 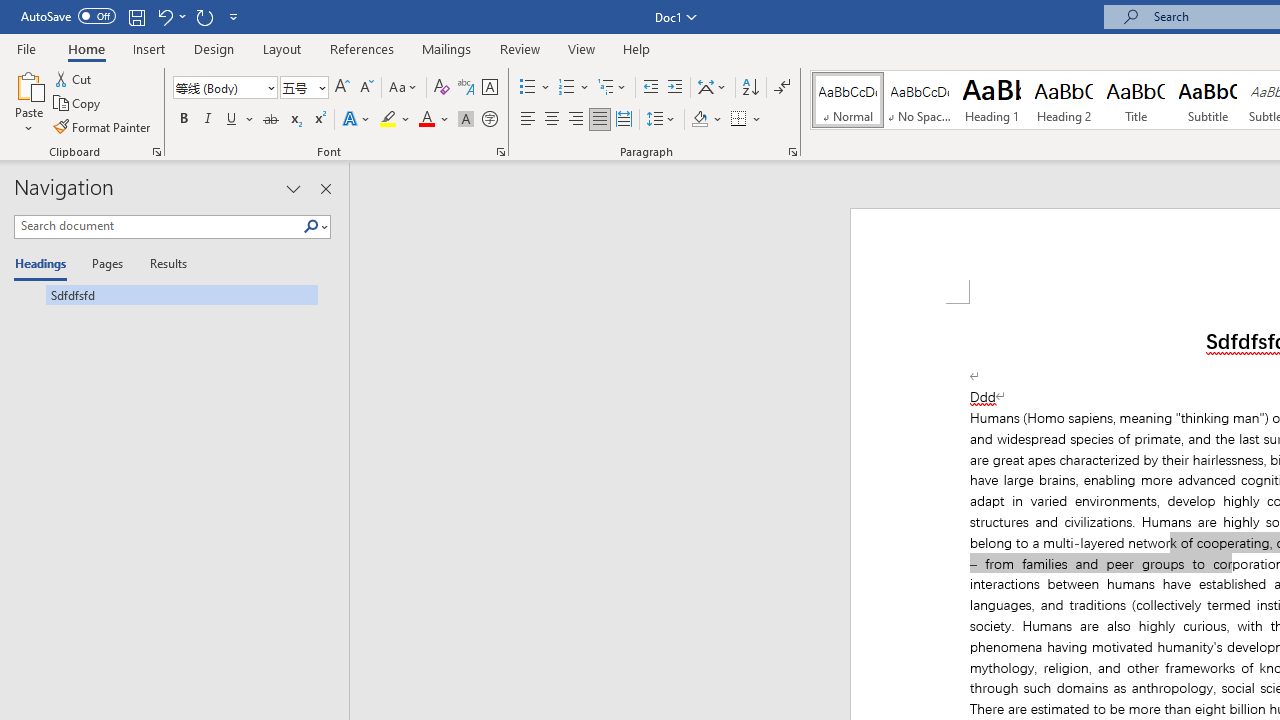 I want to click on 'Multilevel List', so click(x=612, y=86).